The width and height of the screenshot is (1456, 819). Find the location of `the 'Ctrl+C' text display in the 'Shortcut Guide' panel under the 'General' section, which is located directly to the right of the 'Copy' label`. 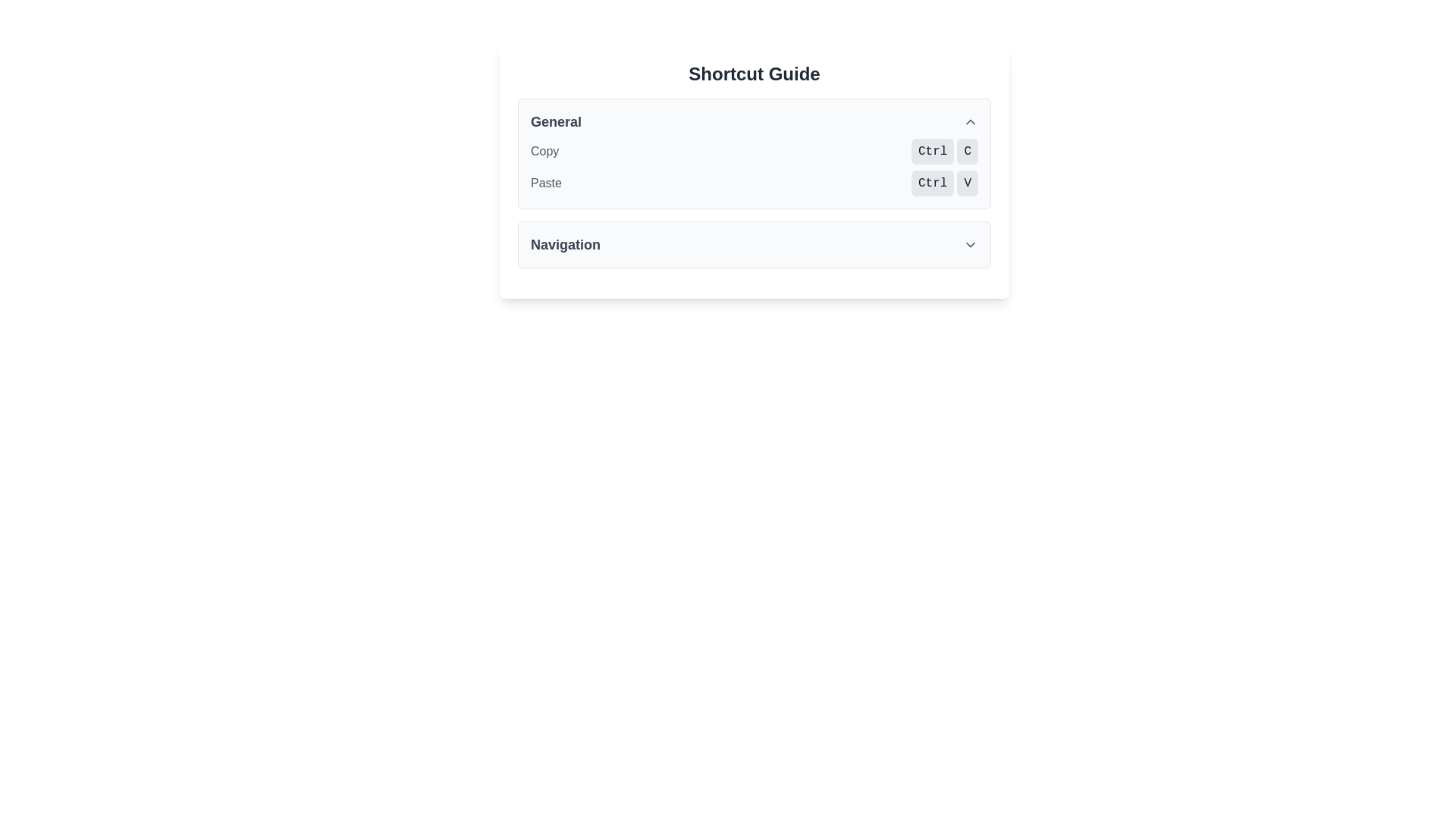

the 'Ctrl+C' text display in the 'Shortcut Guide' panel under the 'General' section, which is located directly to the right of the 'Copy' label is located at coordinates (944, 152).